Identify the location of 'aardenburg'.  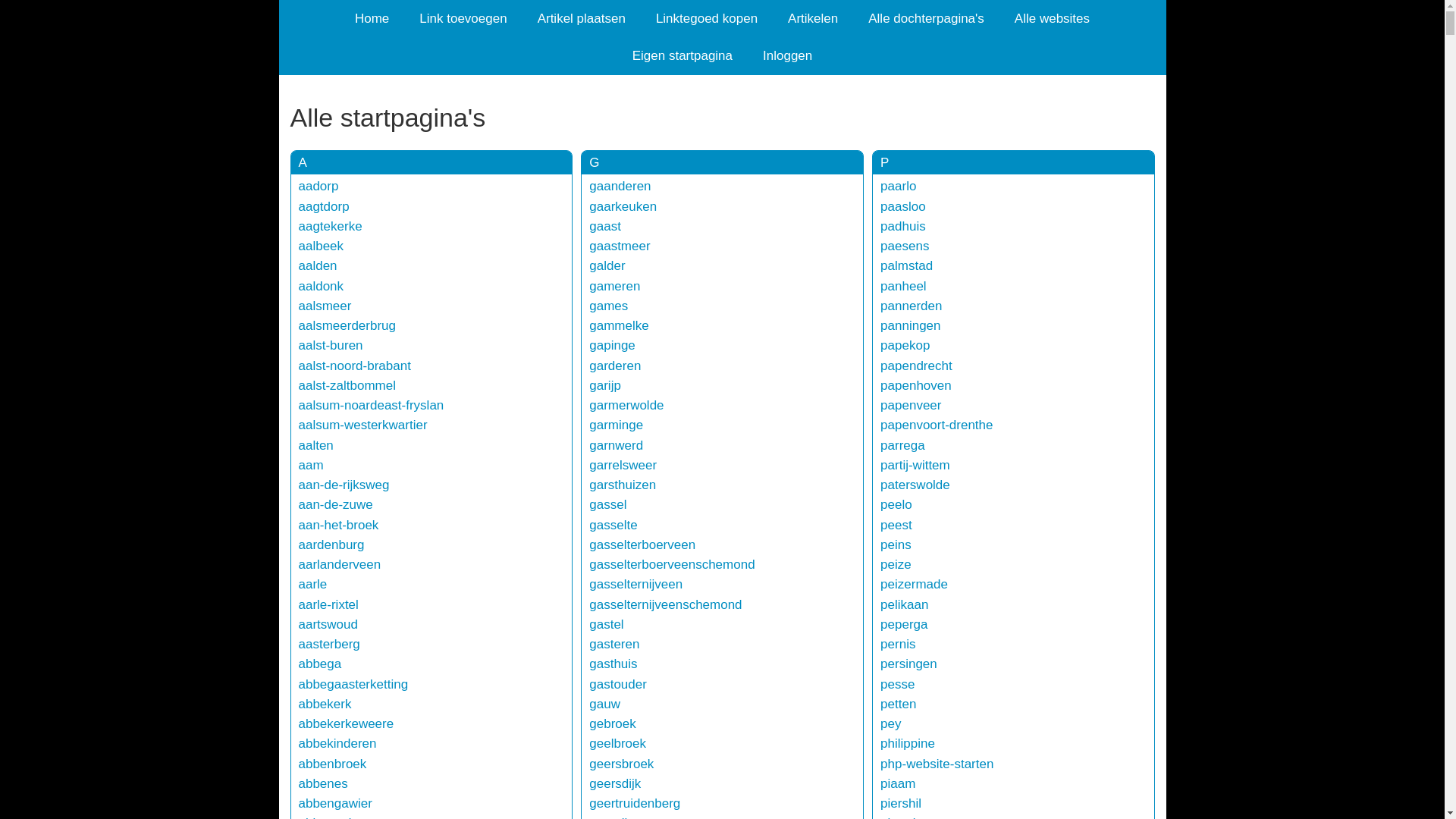
(331, 544).